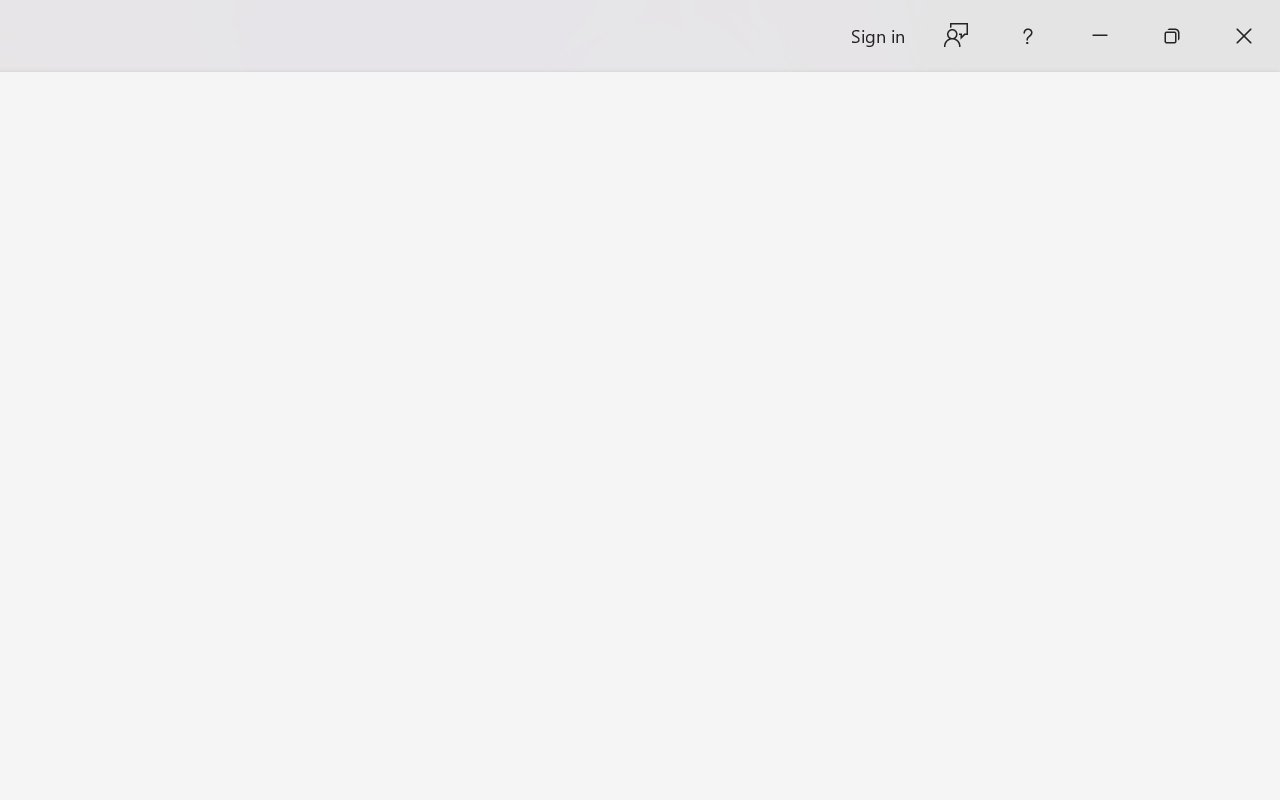 This screenshot has height=800, width=1280. I want to click on 'Sign in', so click(876, 34).